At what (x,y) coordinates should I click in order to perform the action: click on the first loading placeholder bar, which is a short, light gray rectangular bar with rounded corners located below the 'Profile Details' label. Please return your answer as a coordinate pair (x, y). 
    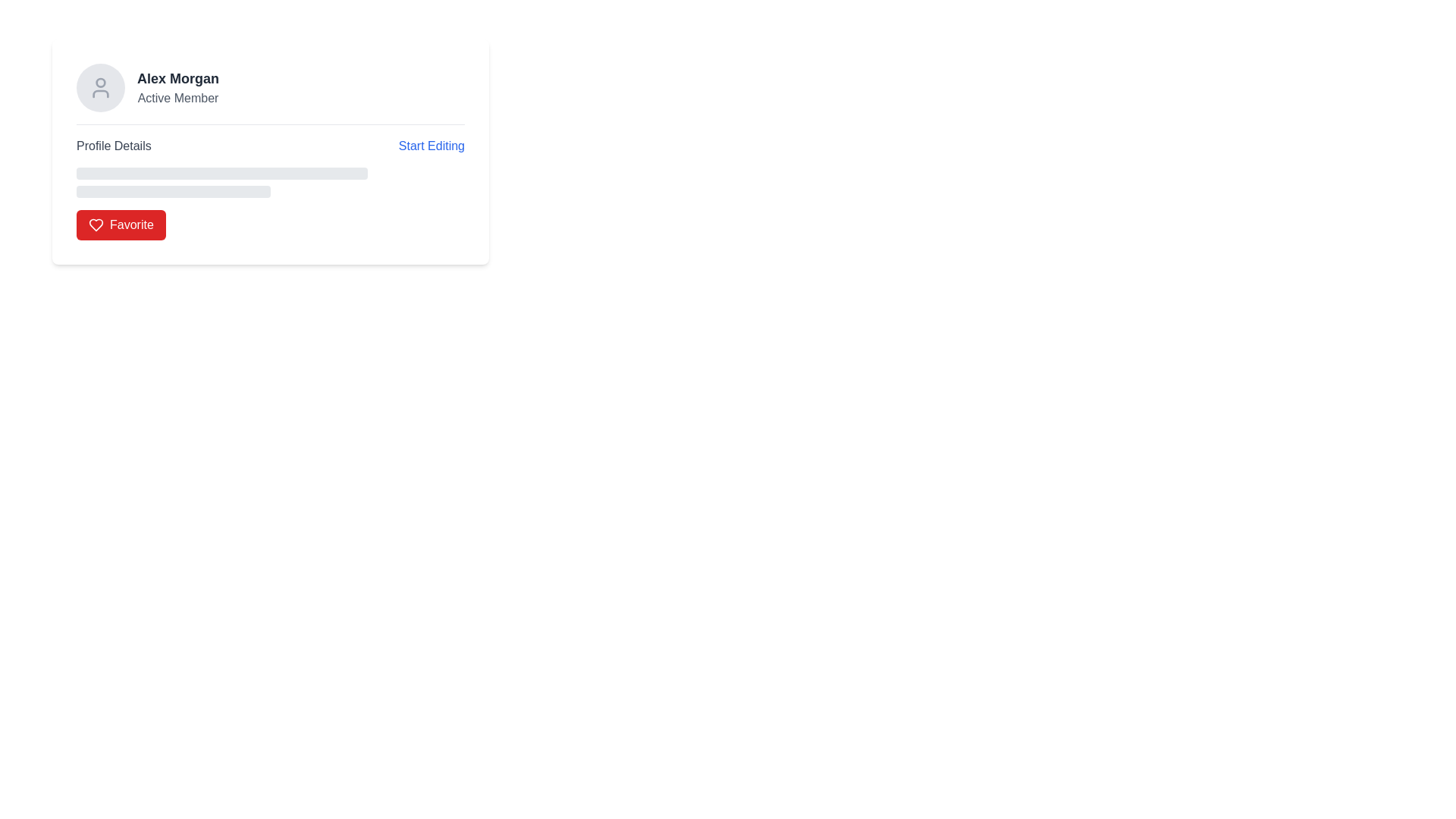
    Looking at the image, I should click on (221, 172).